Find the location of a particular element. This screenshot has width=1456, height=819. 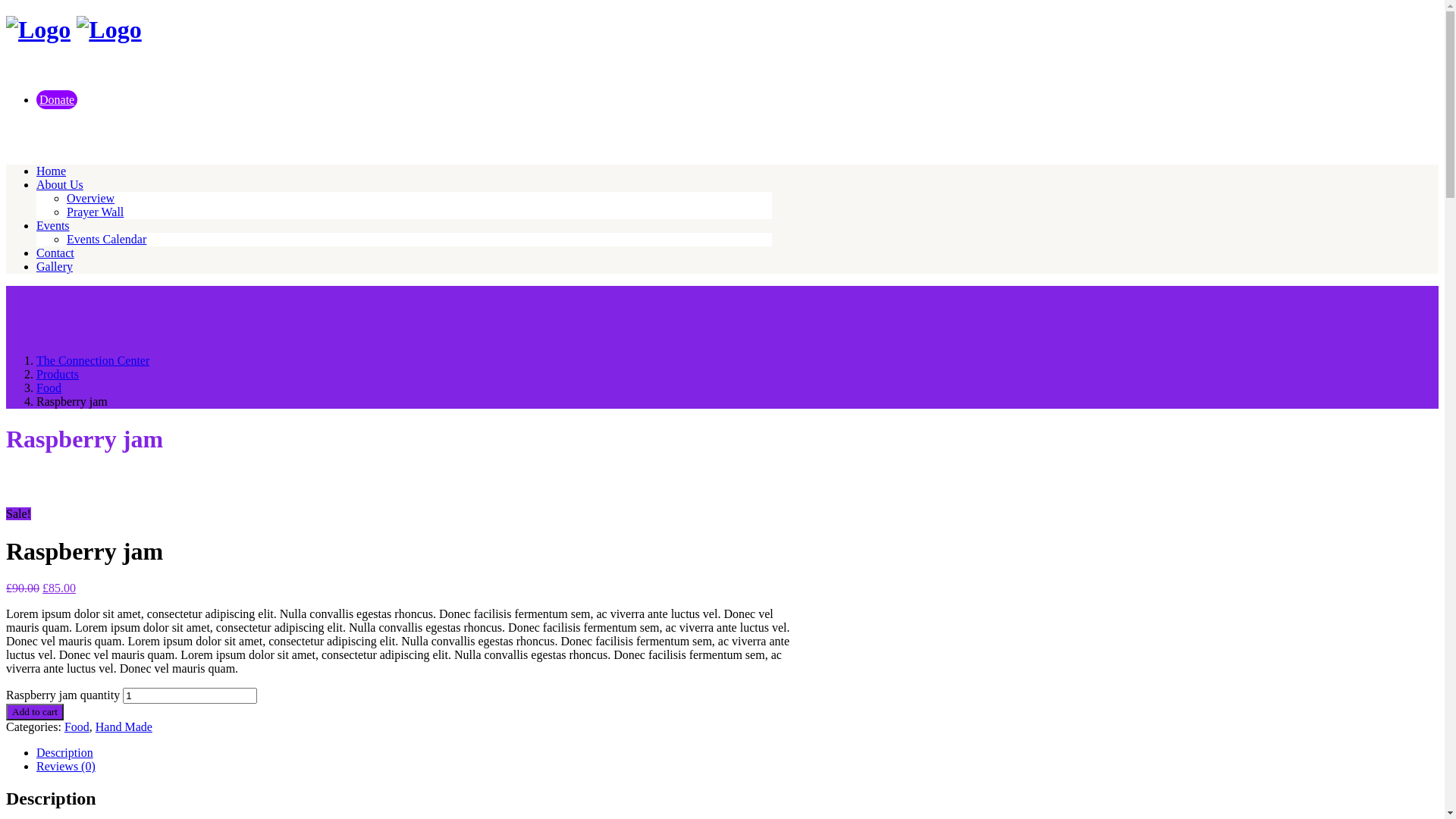

'Events' is located at coordinates (36, 225).